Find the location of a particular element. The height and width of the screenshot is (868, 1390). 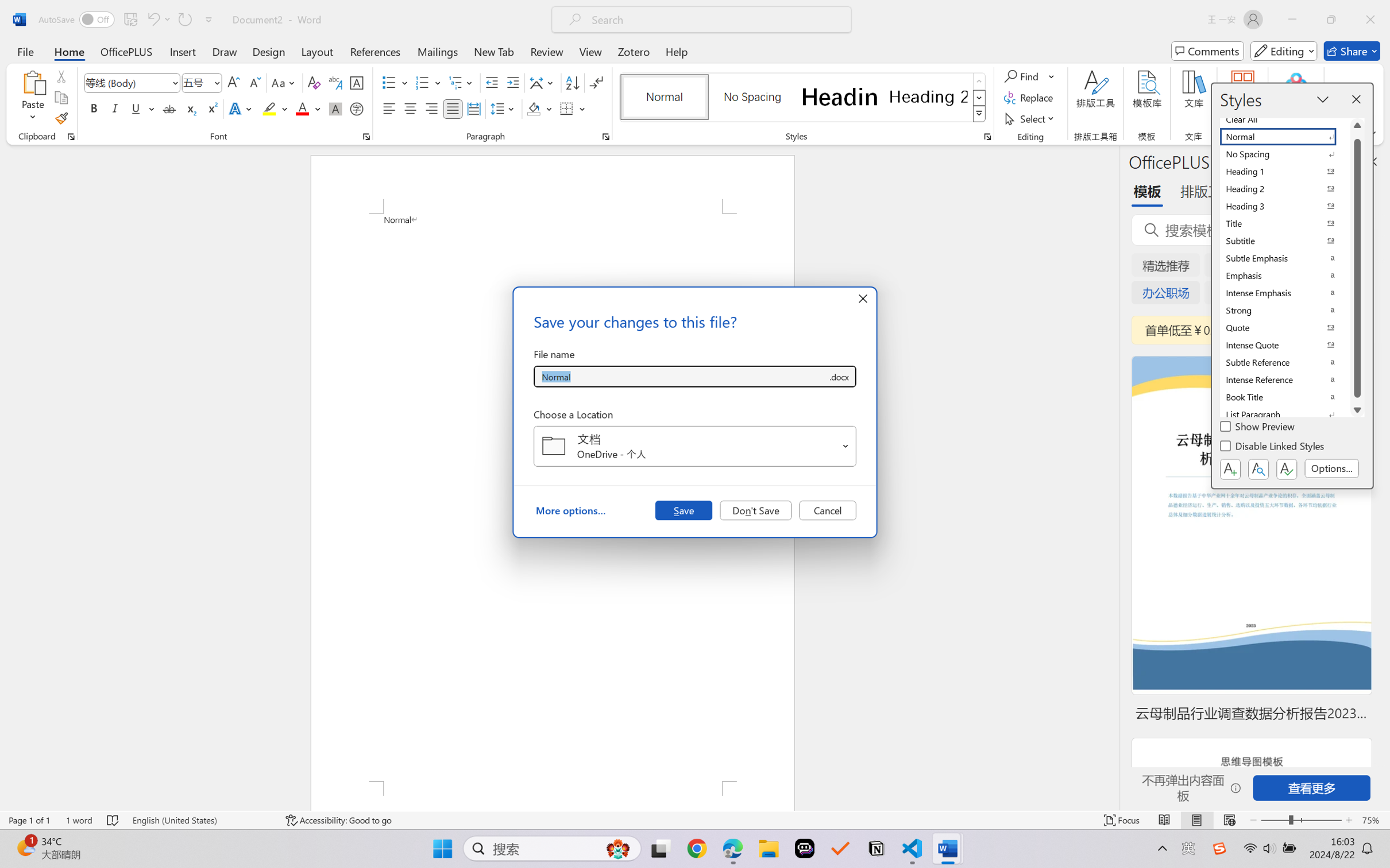

'Cancel' is located at coordinates (827, 509).